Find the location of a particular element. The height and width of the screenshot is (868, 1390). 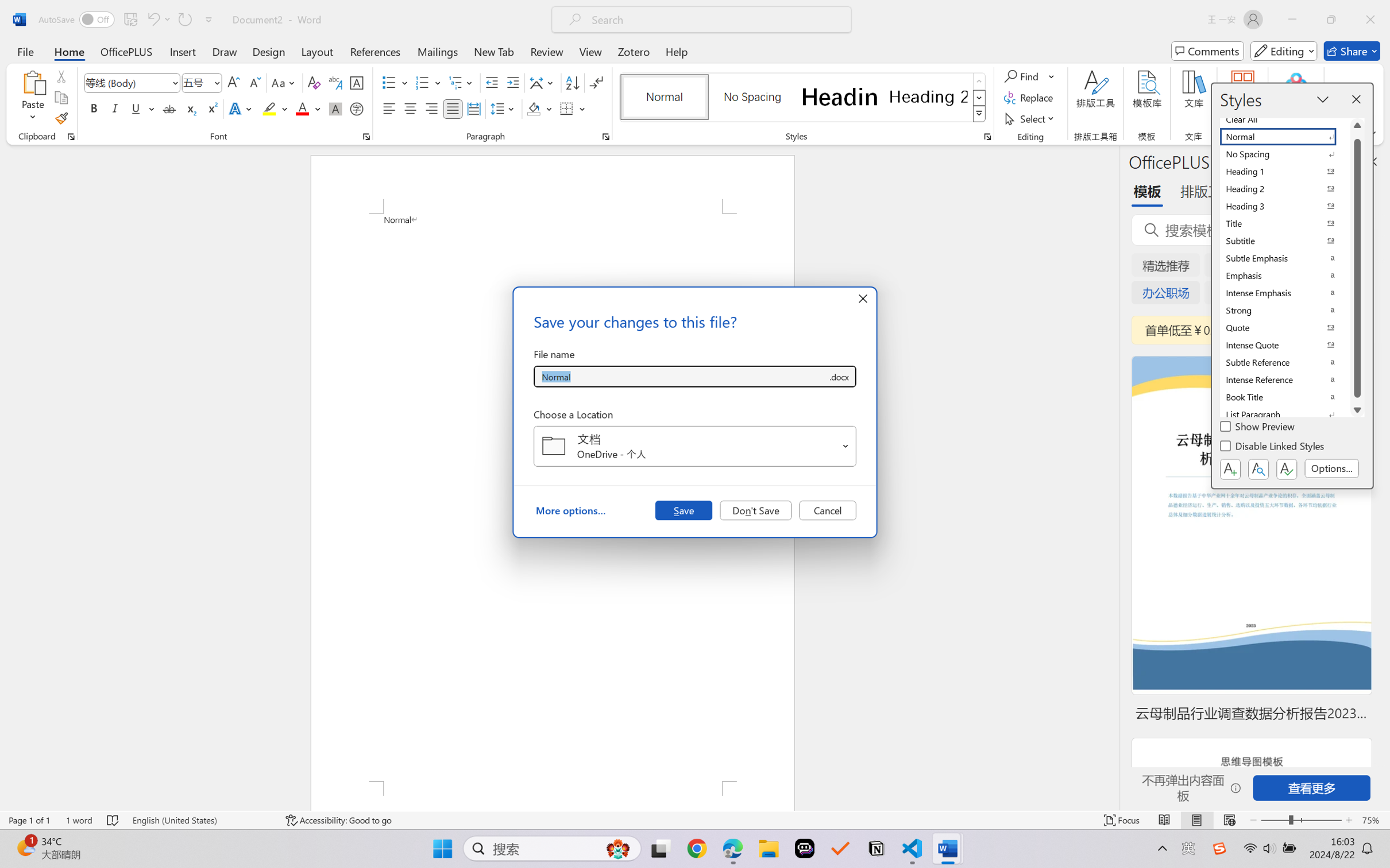

'Cancel' is located at coordinates (827, 509).